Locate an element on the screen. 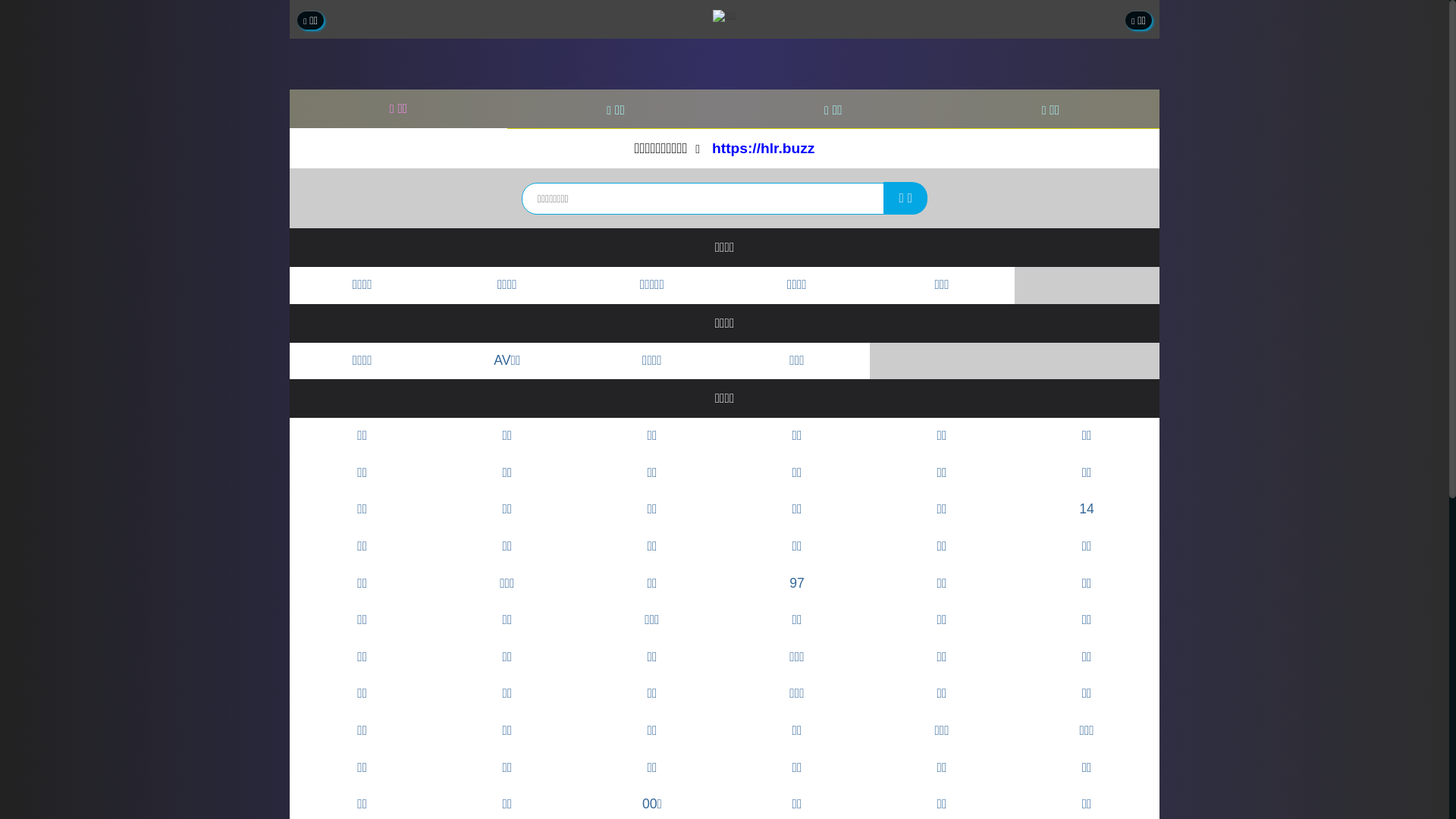 The image size is (1456, 819). '97' is located at coordinates (795, 583).